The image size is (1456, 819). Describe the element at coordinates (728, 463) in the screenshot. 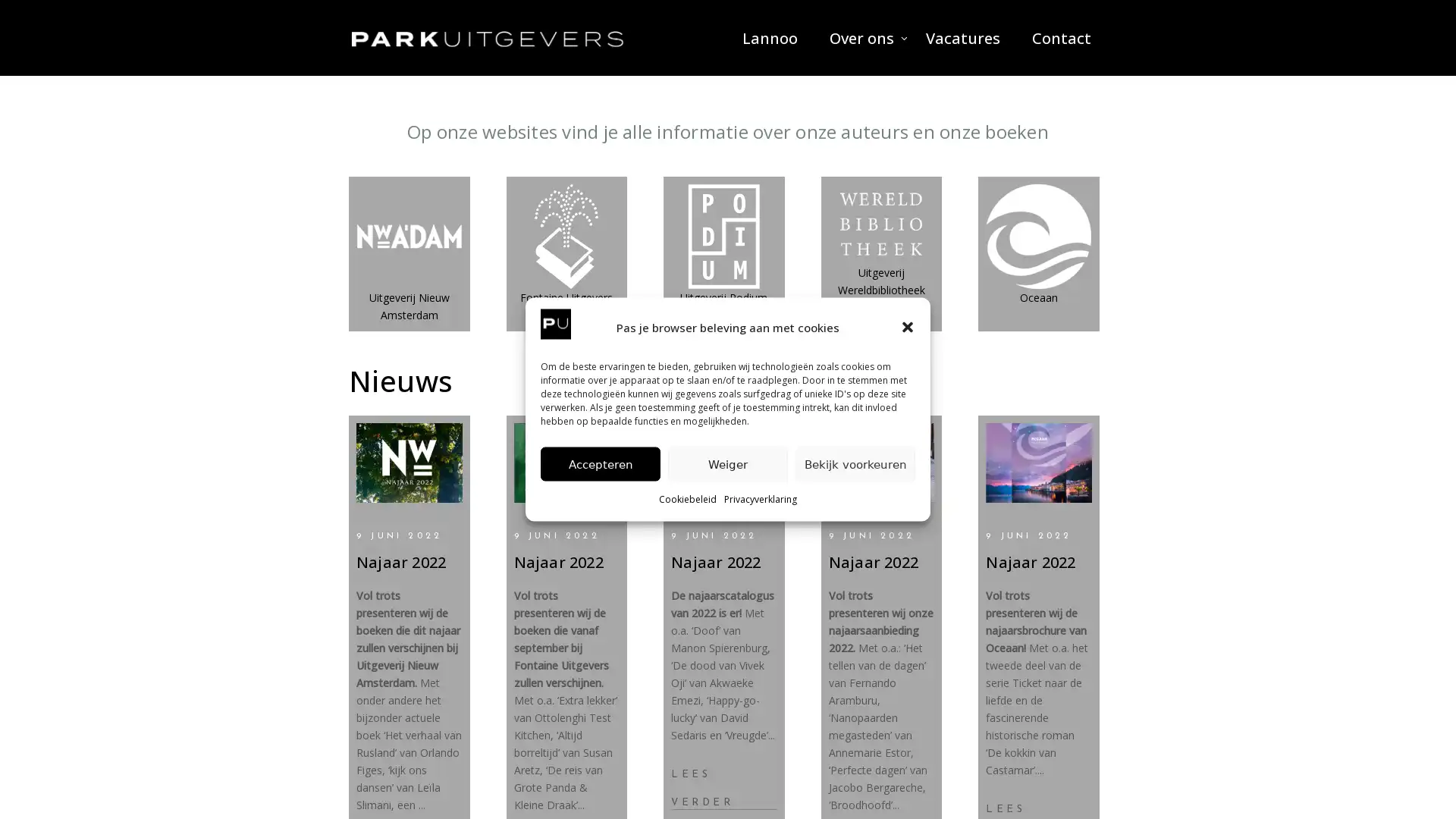

I see `Weiger` at that location.